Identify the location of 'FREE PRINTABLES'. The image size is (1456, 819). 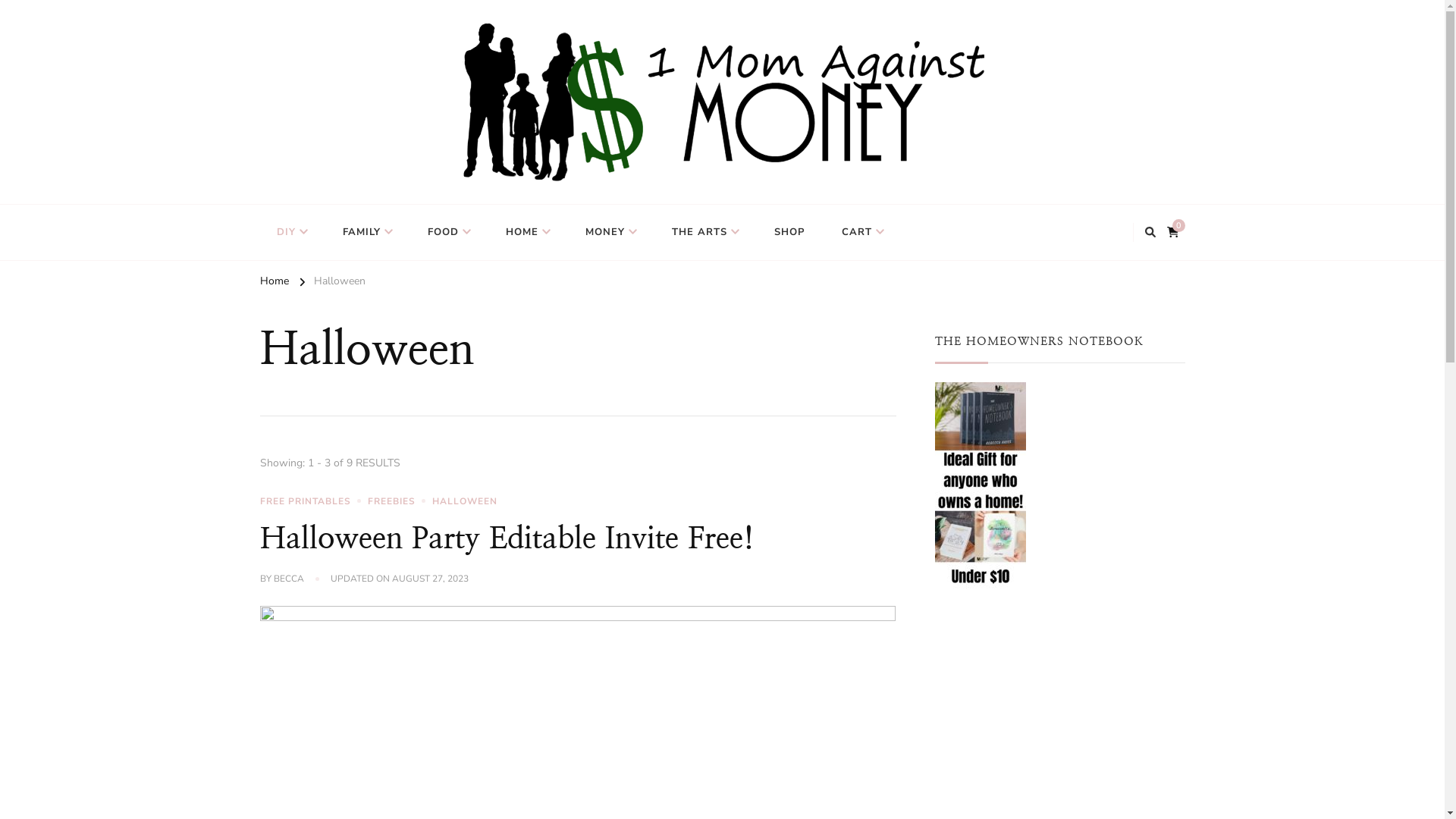
(312, 500).